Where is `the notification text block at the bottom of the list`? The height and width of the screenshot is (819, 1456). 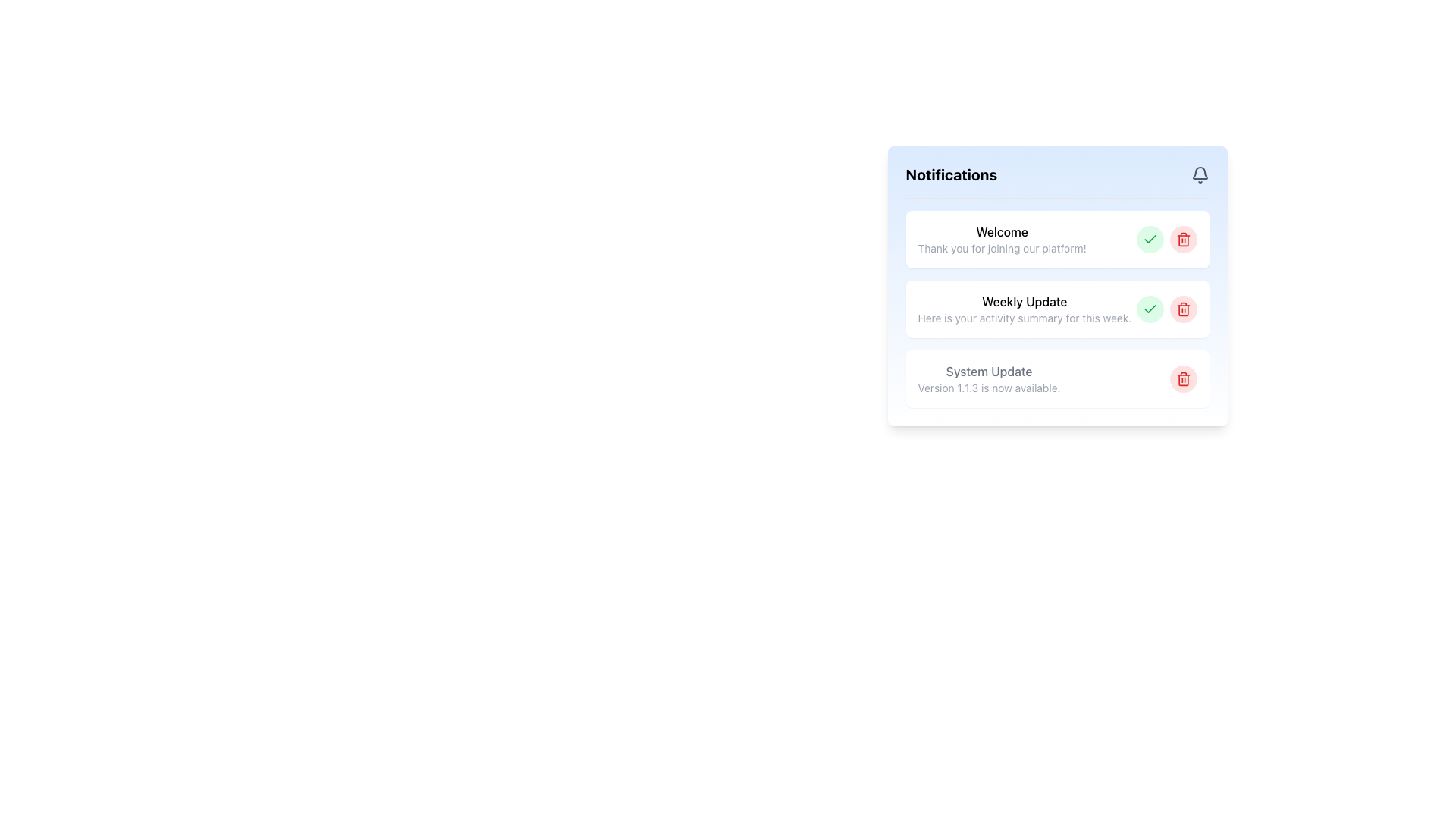 the notification text block at the bottom of the list is located at coordinates (989, 378).